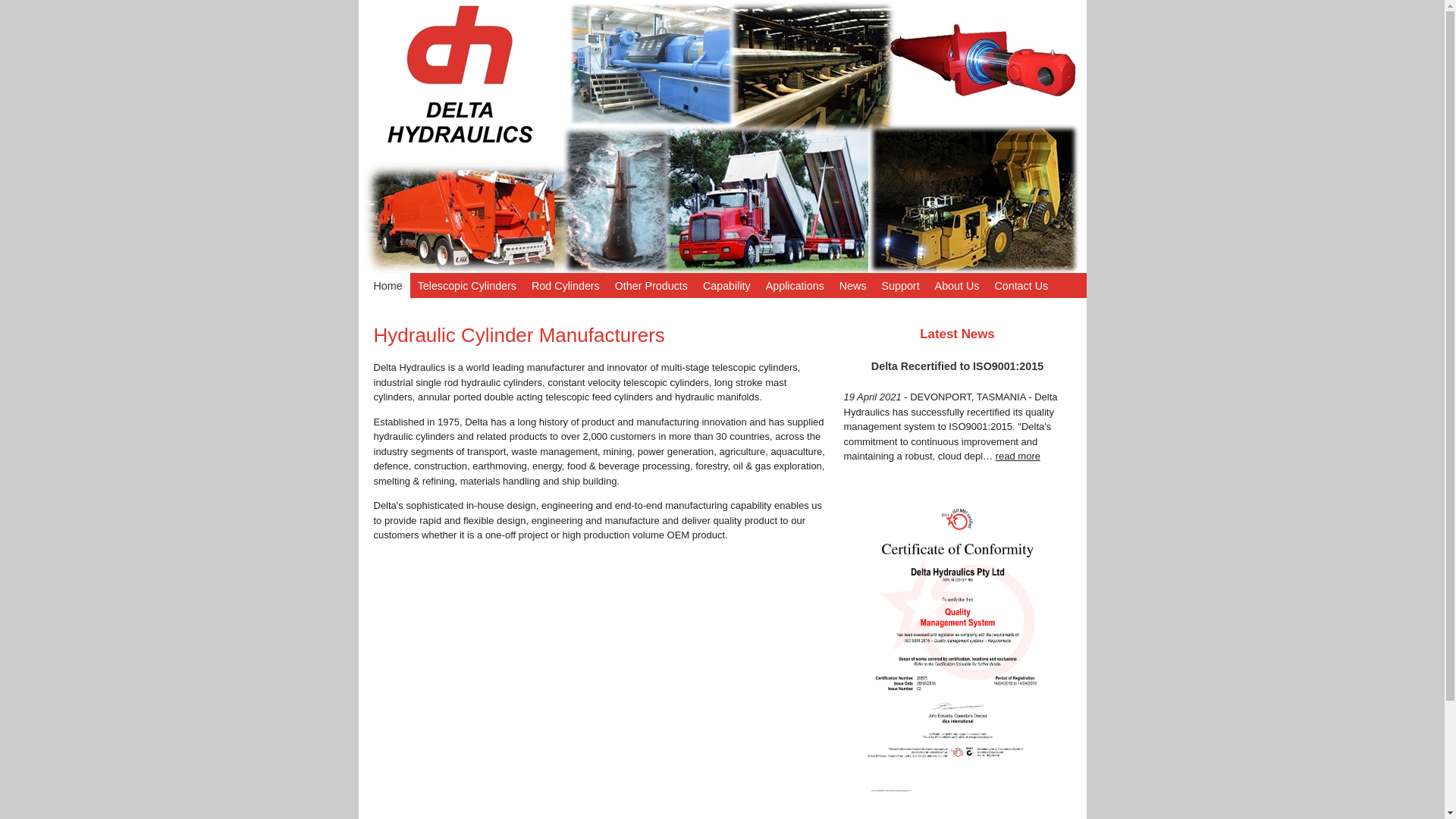  What do you see at coordinates (794, 285) in the screenshot?
I see `'Applications'` at bounding box center [794, 285].